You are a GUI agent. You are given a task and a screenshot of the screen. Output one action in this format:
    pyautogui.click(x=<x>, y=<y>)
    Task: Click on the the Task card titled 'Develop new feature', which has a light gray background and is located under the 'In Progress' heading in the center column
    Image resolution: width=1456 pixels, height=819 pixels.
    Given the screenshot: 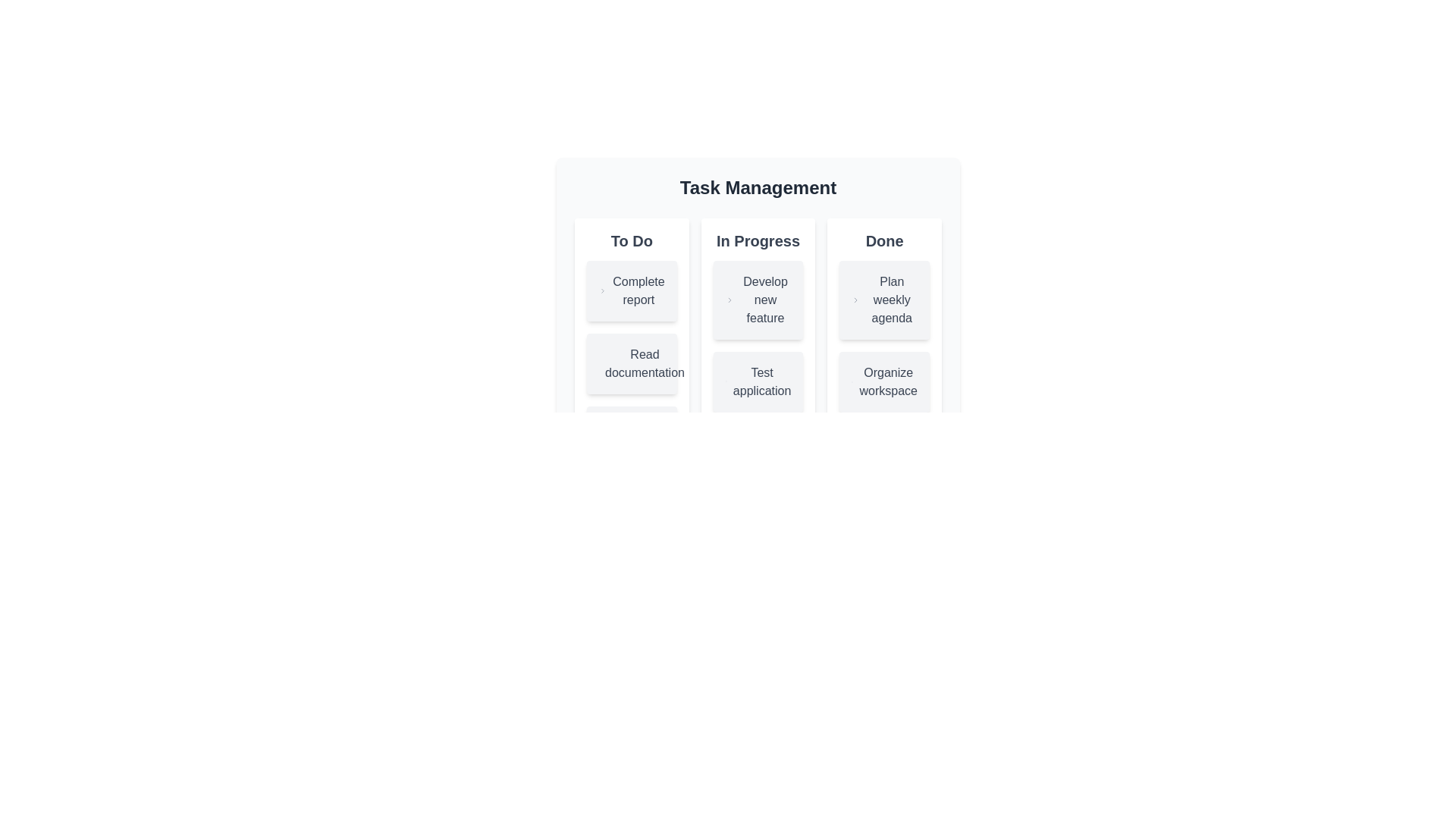 What is the action you would take?
    pyautogui.click(x=758, y=275)
    